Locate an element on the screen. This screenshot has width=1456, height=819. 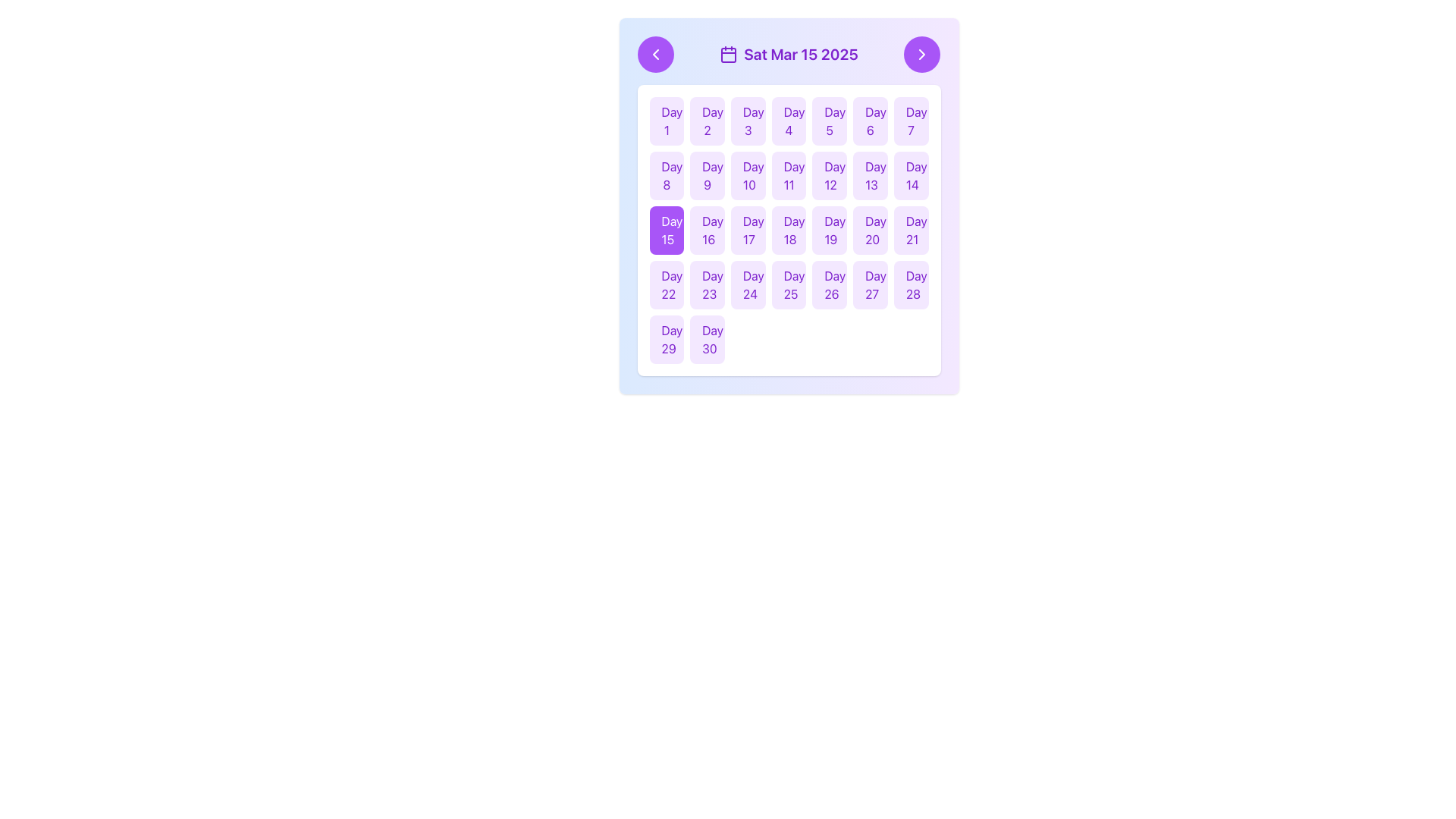
the prominent purple button labeled 'Day 15' is located at coordinates (667, 231).